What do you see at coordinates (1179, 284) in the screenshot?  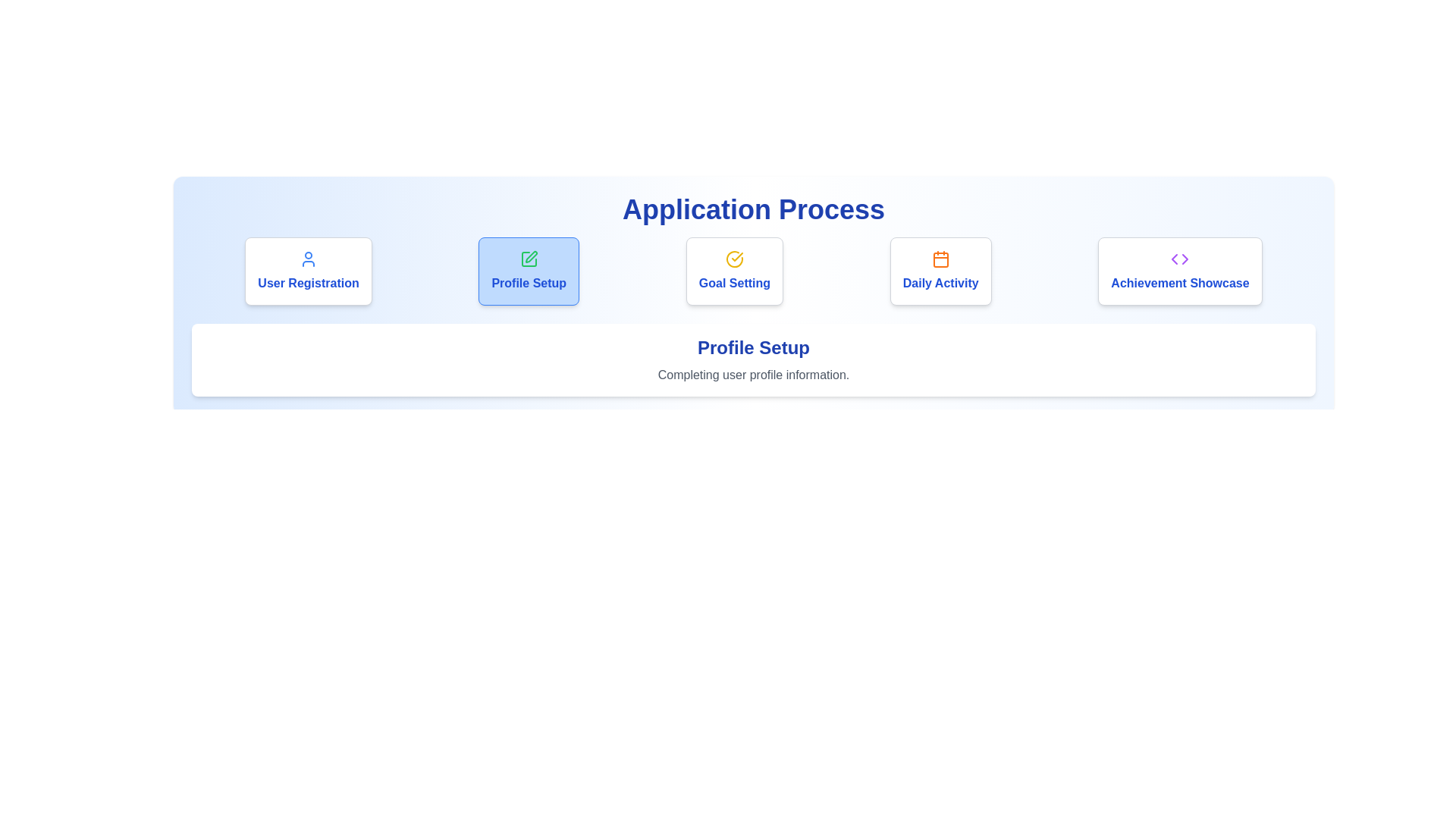 I see `the 'Achievement Showcase' text label located at the bottom part of the fifth card in a row of cards` at bounding box center [1179, 284].